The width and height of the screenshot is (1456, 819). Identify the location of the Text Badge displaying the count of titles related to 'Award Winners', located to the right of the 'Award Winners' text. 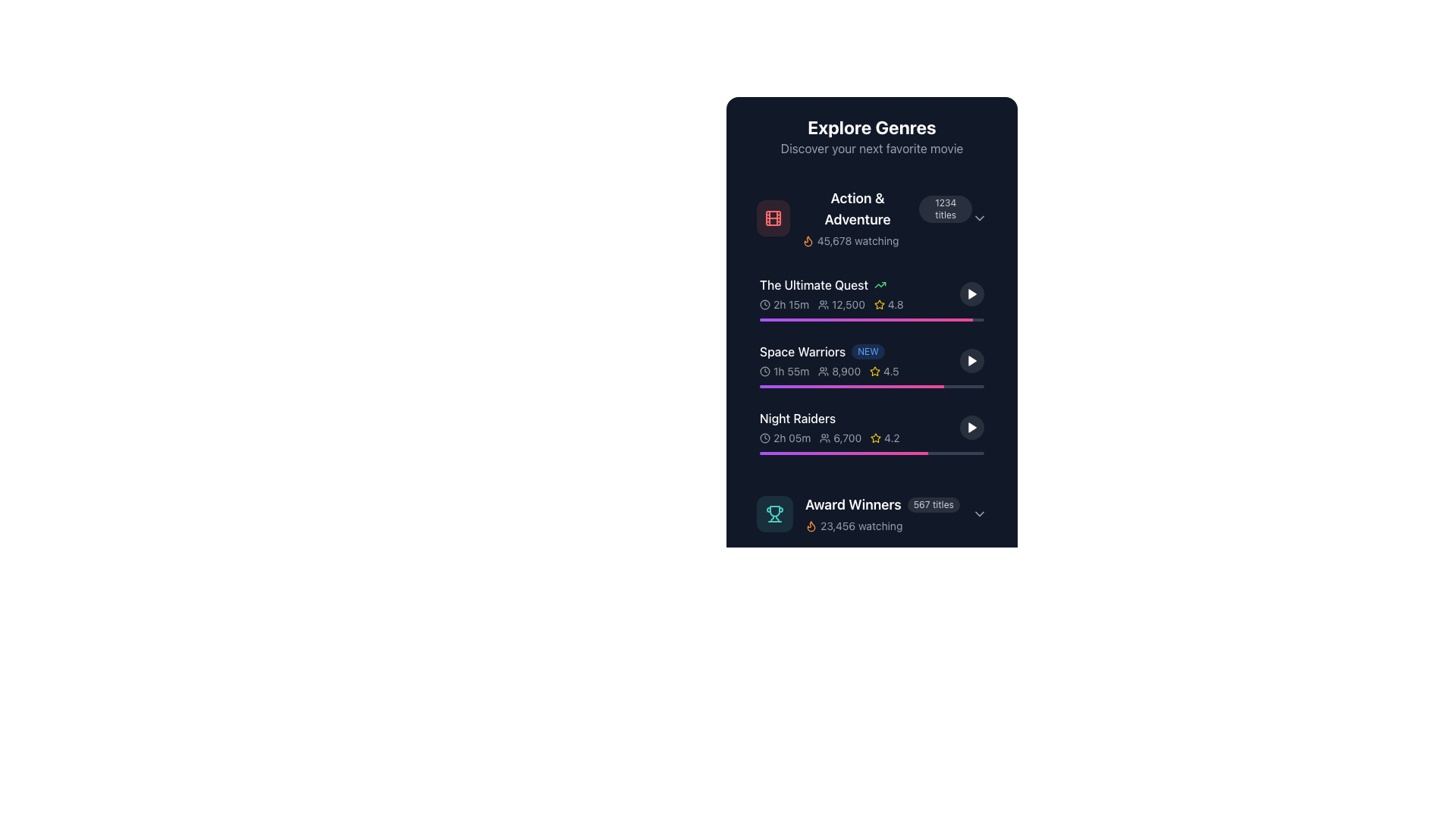
(933, 505).